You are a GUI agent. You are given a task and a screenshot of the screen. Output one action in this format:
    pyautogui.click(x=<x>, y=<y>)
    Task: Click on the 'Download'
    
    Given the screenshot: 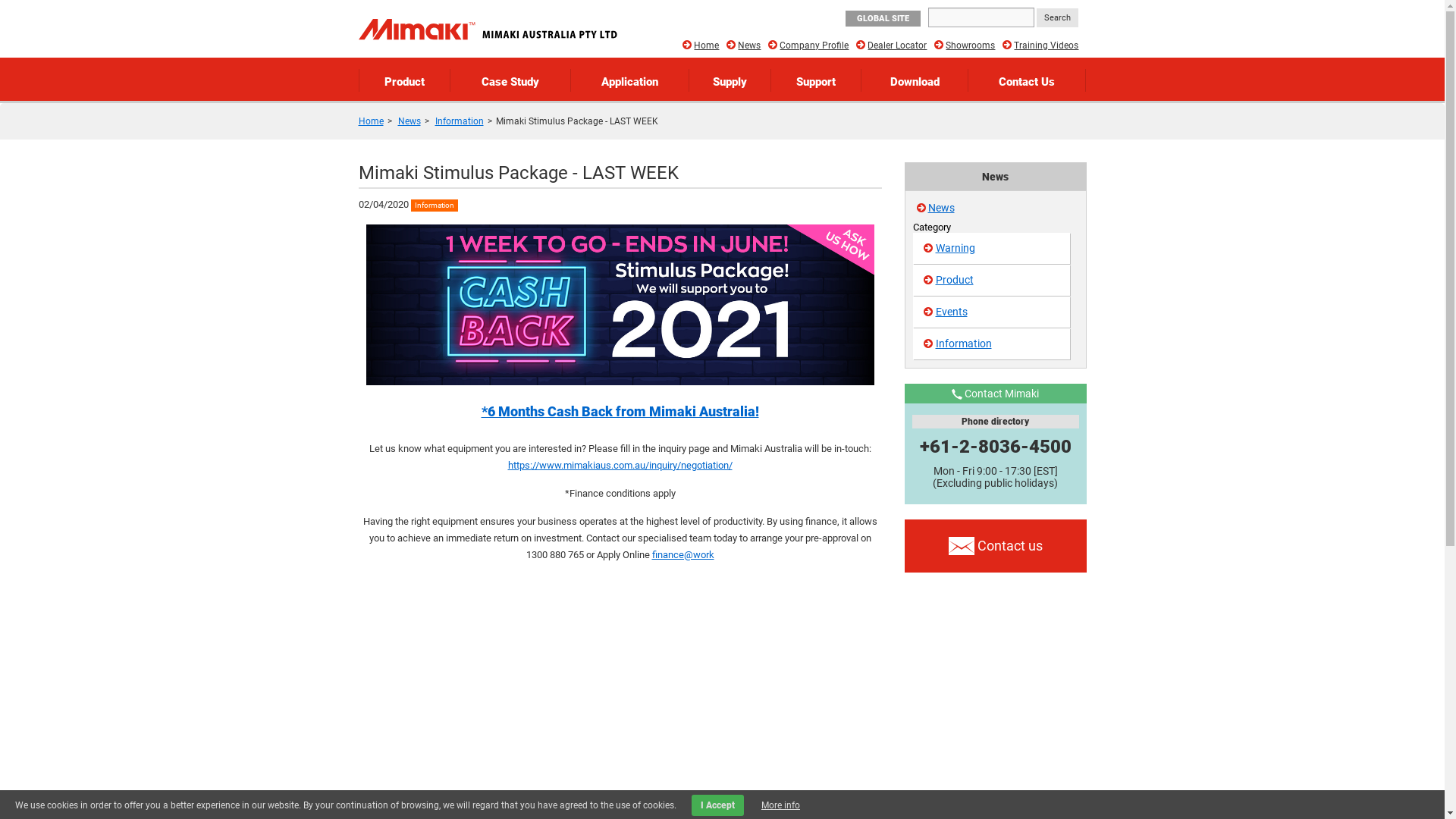 What is the action you would take?
    pyautogui.click(x=913, y=80)
    